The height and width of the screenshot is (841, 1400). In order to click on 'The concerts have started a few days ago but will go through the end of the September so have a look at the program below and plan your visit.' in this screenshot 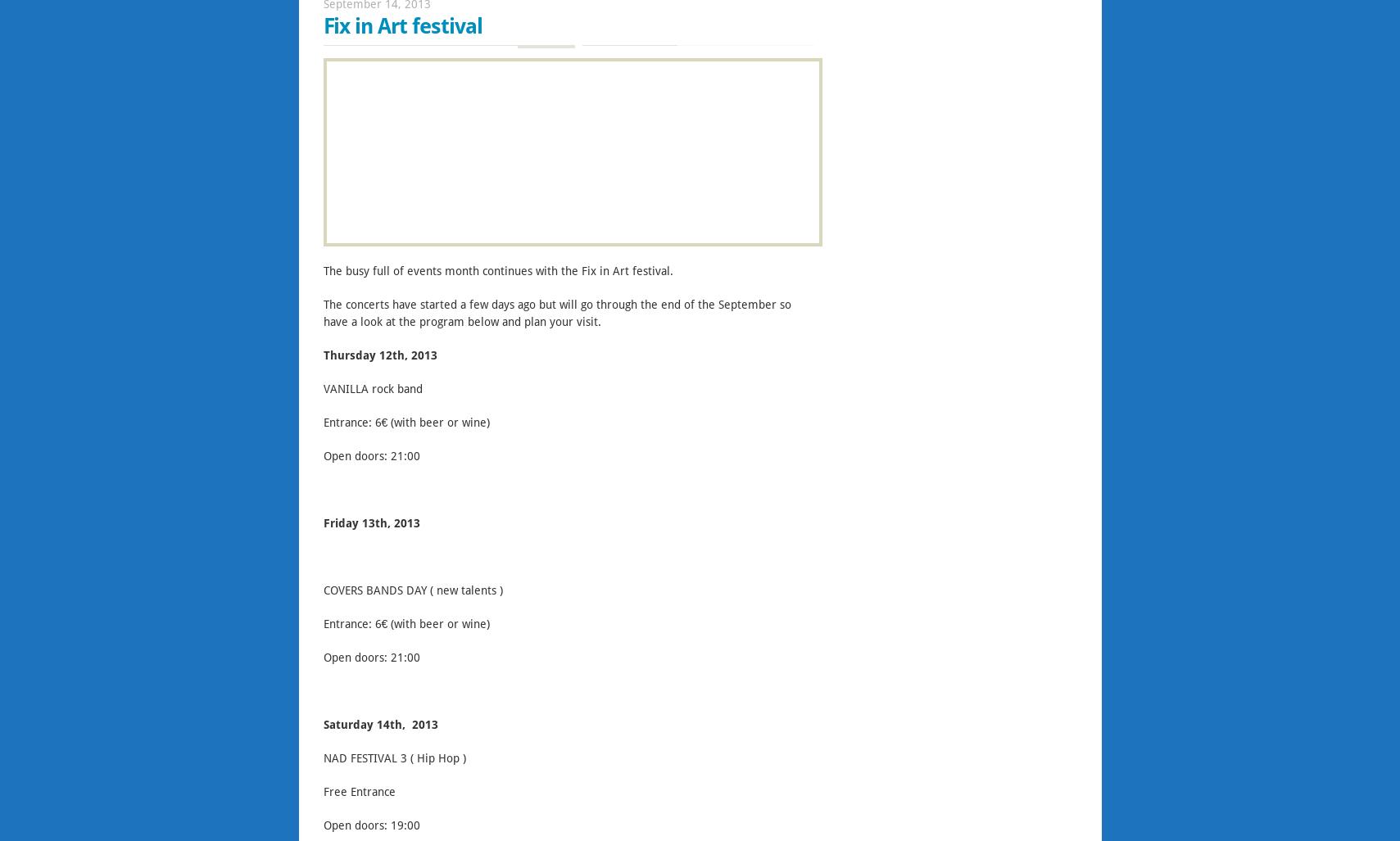, I will do `click(321, 314)`.